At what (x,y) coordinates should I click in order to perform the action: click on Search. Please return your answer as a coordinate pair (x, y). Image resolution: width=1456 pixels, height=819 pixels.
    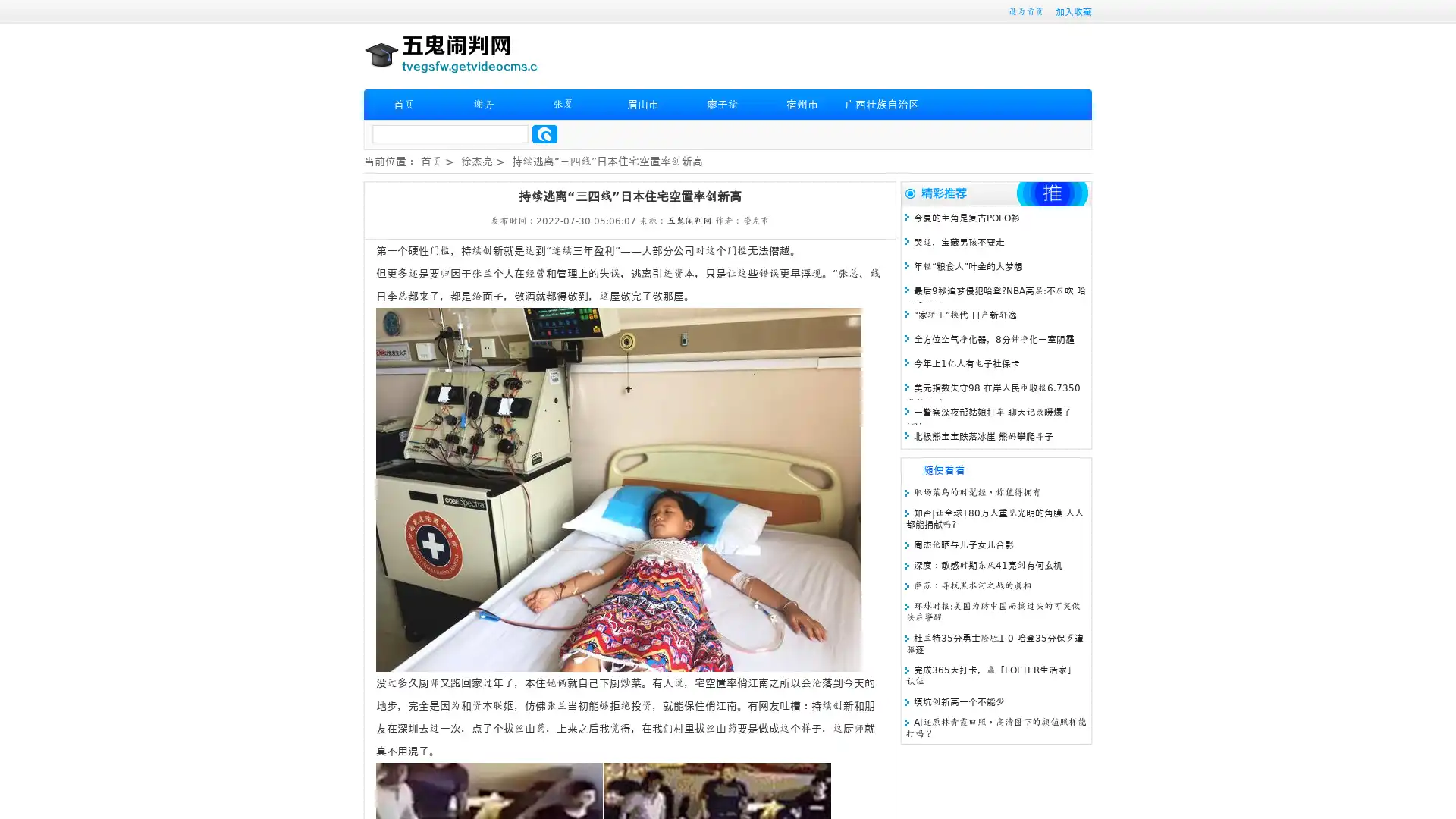
    Looking at the image, I should click on (544, 133).